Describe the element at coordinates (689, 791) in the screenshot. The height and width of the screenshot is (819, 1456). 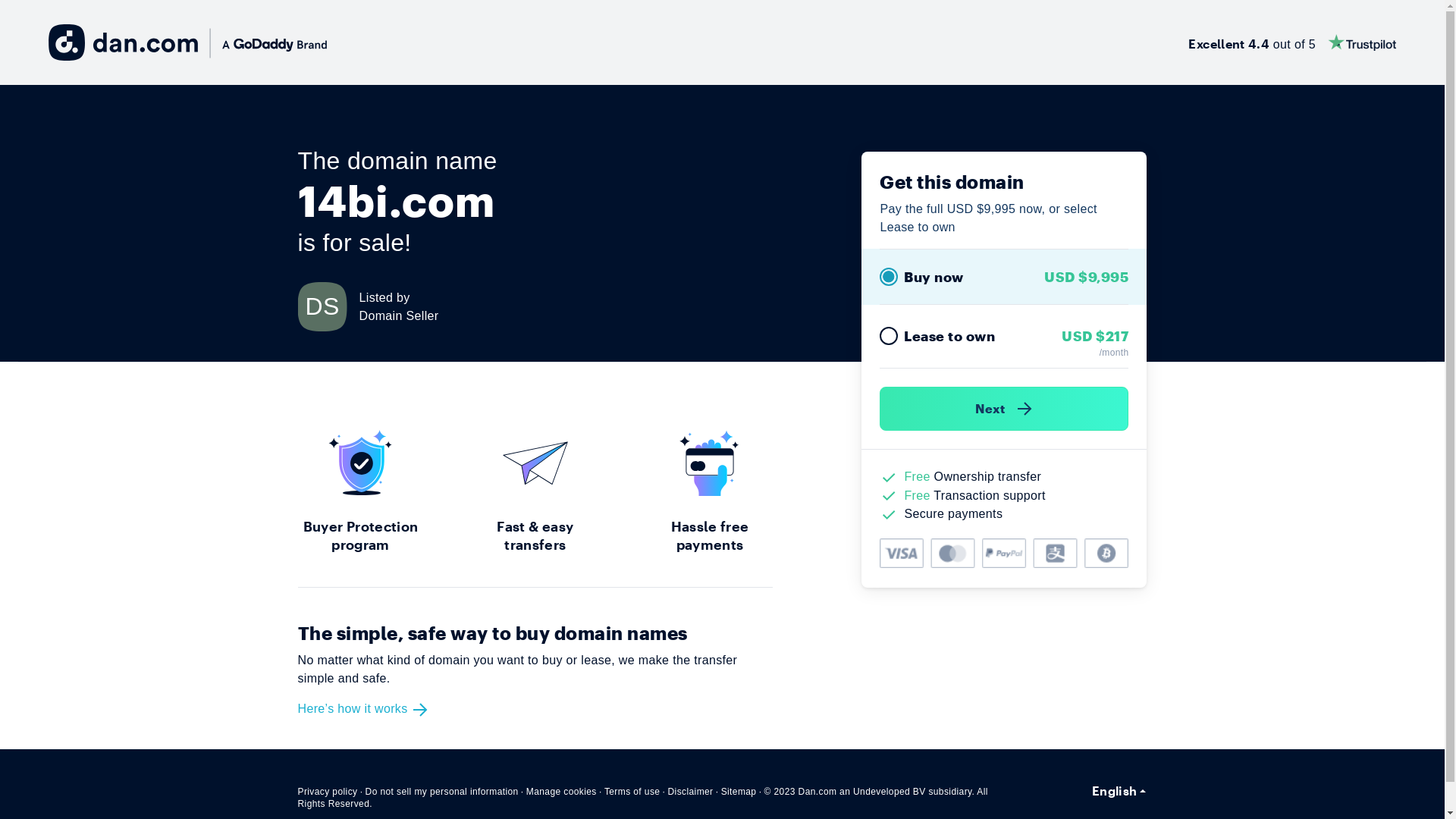
I see `'Disclaimer'` at that location.